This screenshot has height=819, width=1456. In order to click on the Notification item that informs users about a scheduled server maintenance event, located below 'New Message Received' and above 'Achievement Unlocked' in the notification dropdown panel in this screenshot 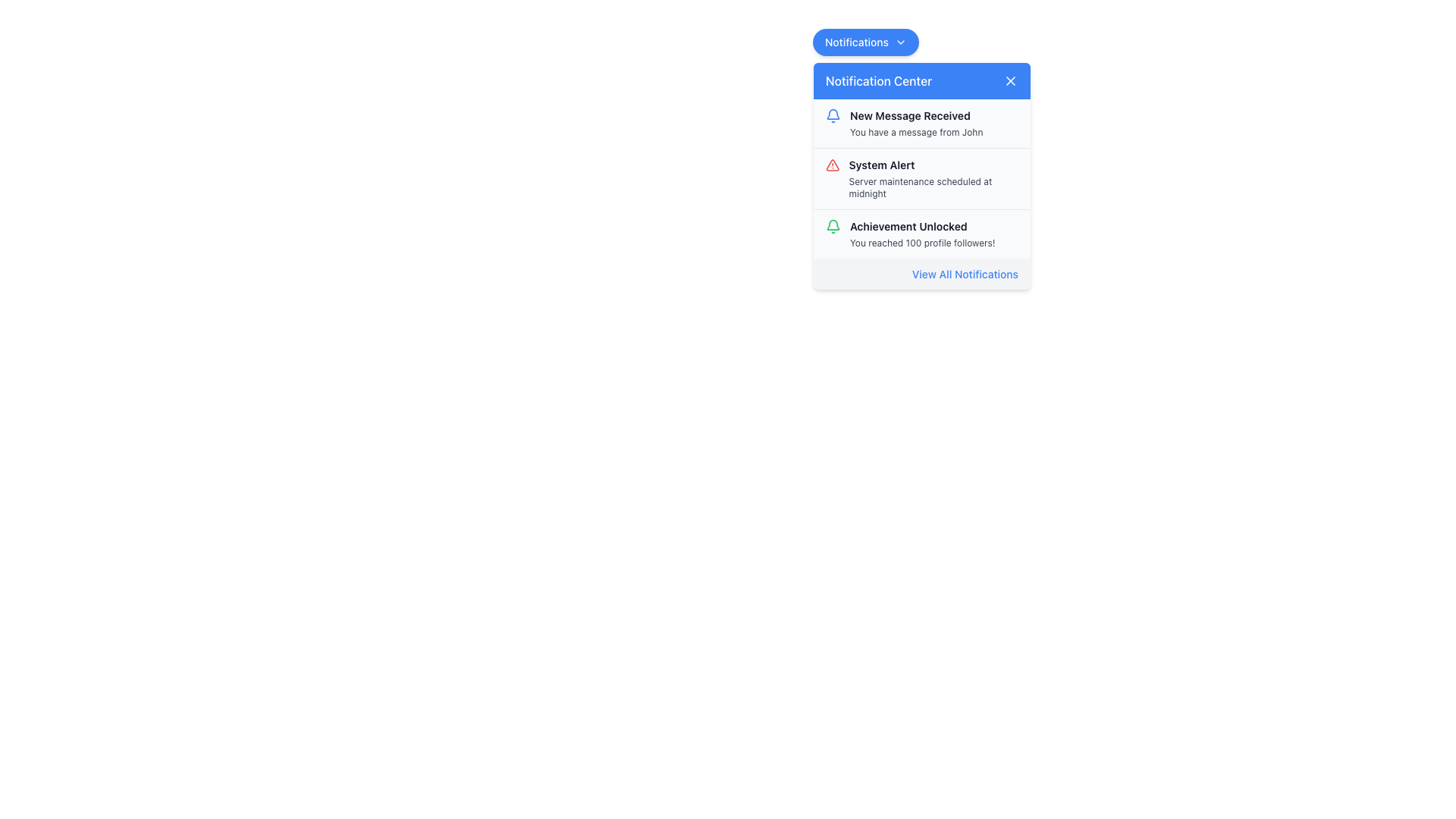, I will do `click(921, 174)`.